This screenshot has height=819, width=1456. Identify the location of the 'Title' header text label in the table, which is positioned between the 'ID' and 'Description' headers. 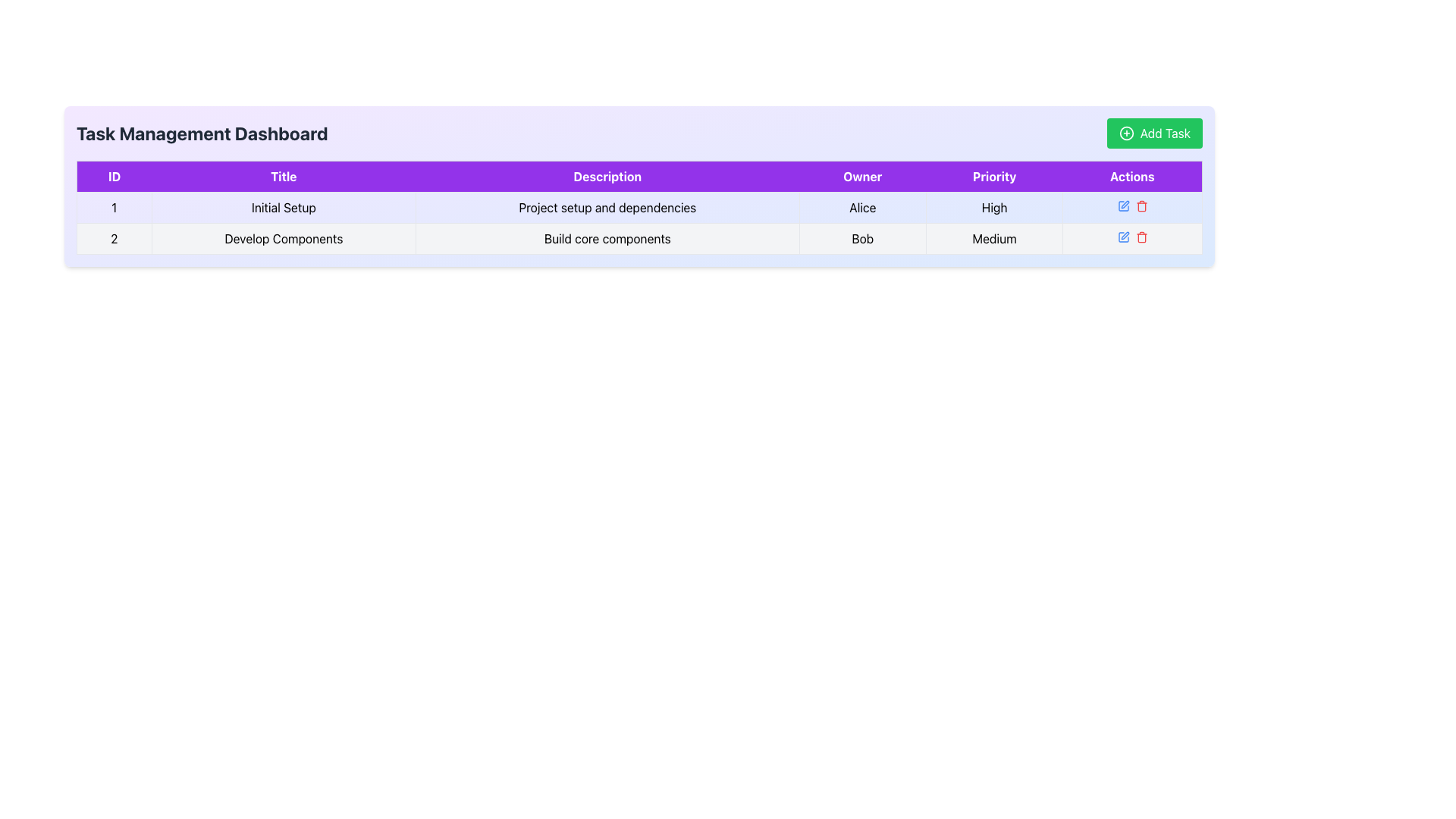
(284, 175).